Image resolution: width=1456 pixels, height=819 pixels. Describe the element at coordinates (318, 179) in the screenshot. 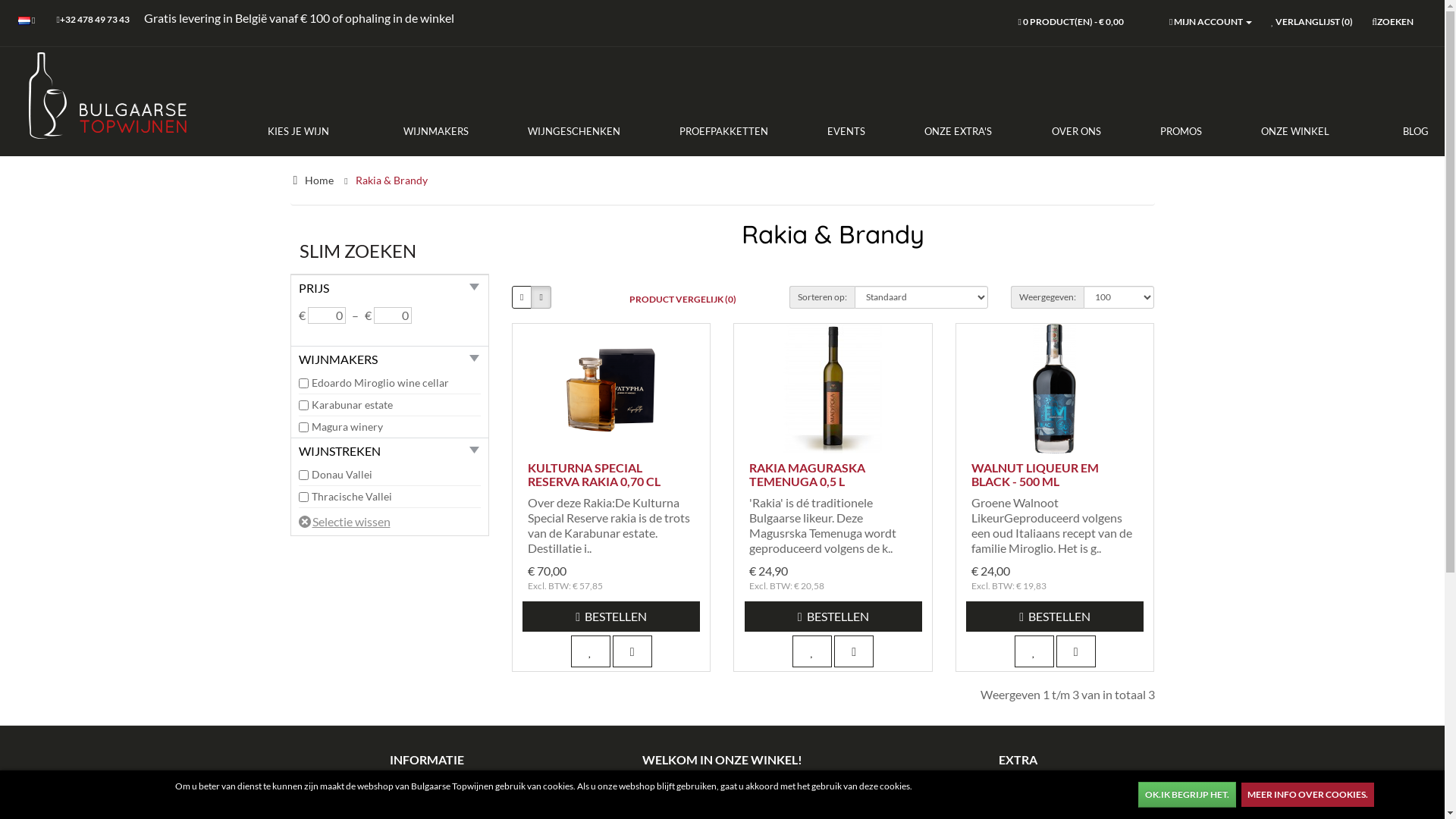

I see `'Home'` at that location.